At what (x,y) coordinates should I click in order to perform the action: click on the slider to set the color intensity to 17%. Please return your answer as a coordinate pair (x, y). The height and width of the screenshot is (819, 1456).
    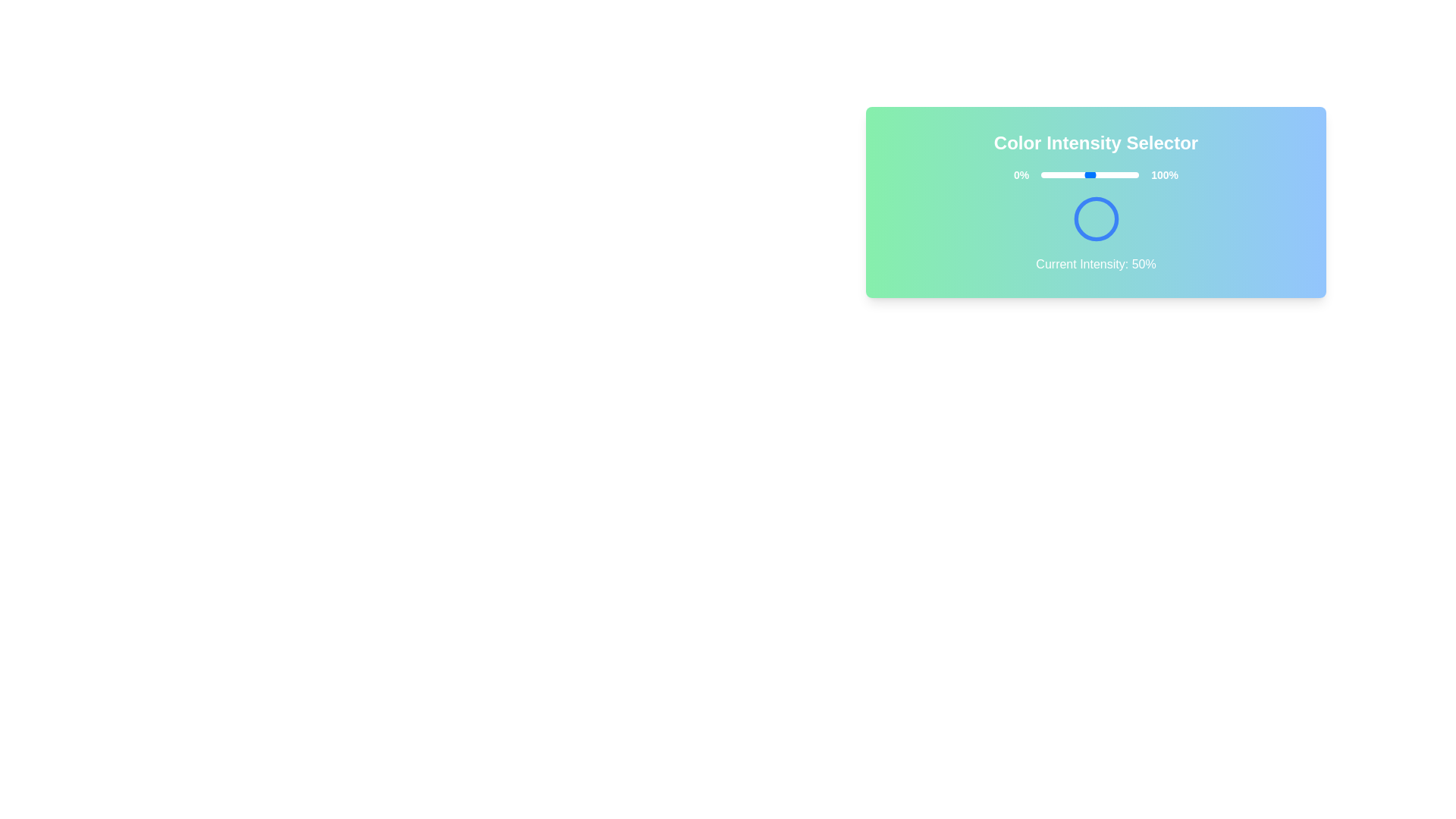
    Looking at the image, I should click on (1057, 174).